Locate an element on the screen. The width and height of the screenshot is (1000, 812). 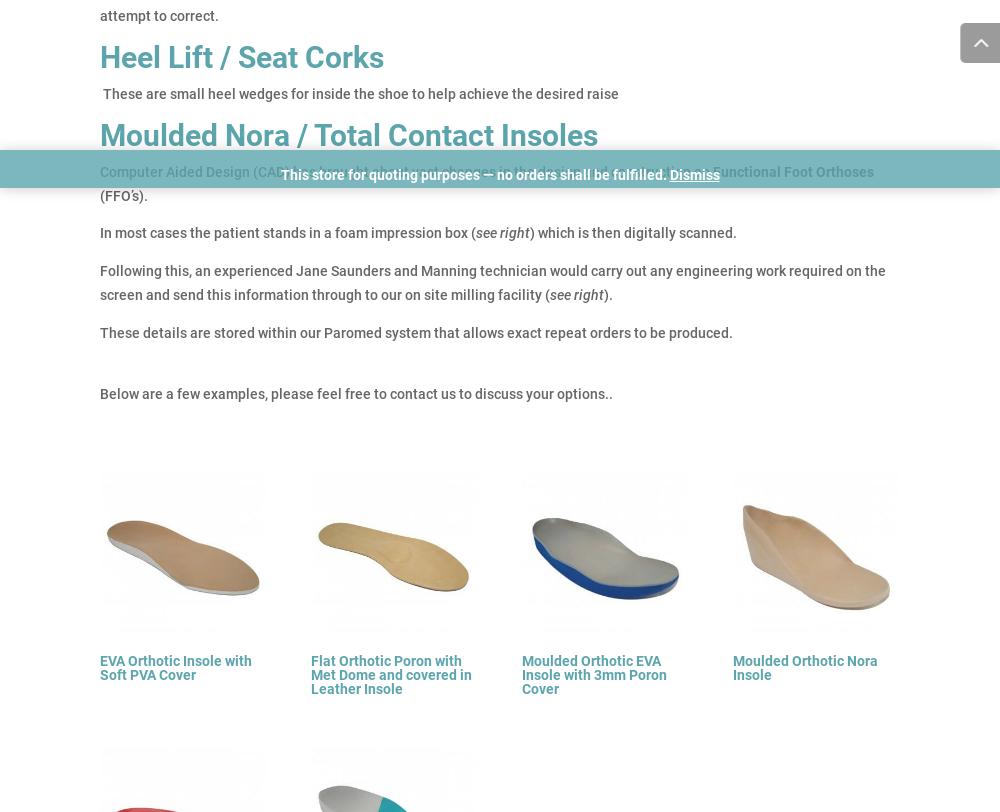
'Heel Lift / Seat Corks' is located at coordinates (99, 56).